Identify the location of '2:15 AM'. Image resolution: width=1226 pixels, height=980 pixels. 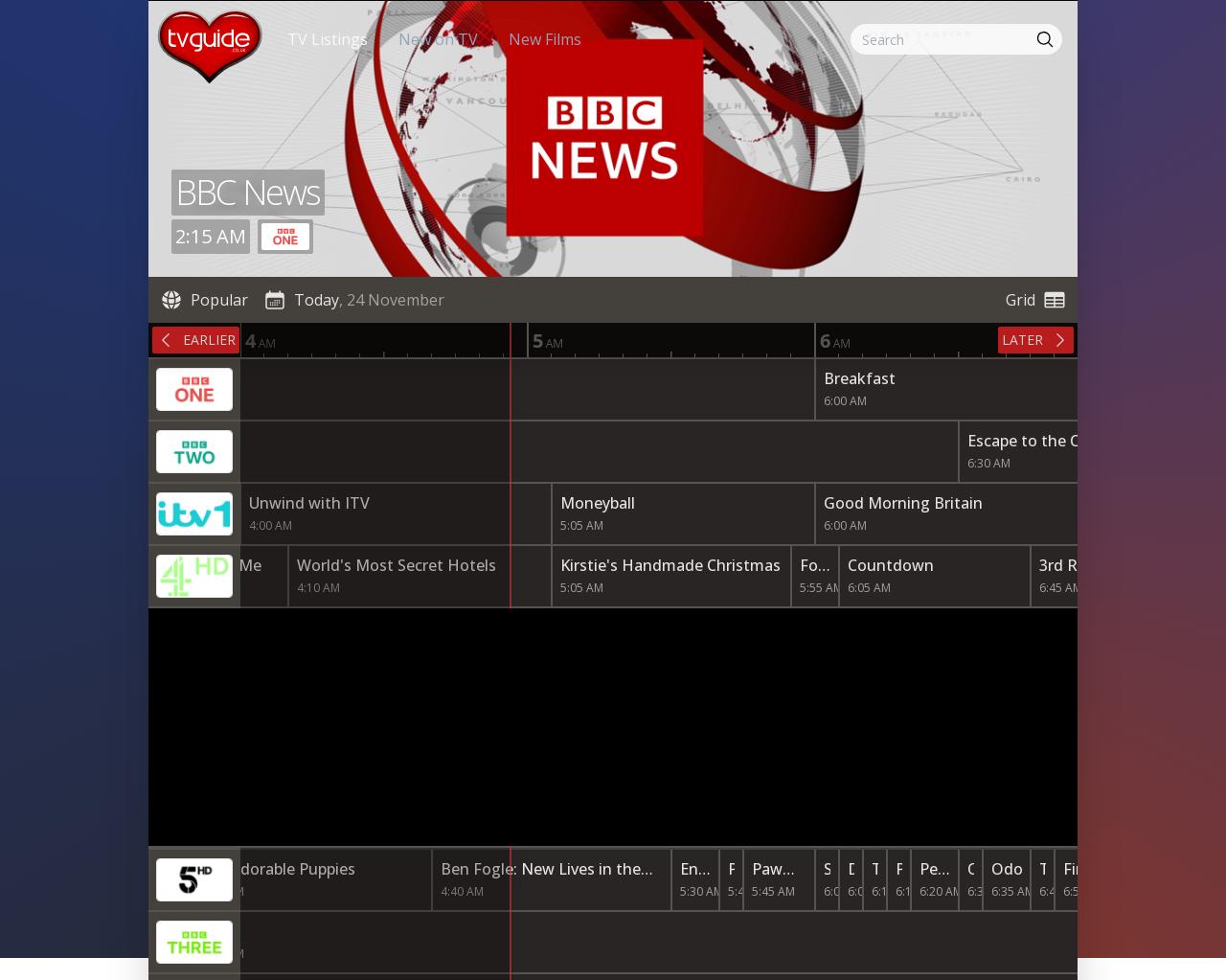
(211, 236).